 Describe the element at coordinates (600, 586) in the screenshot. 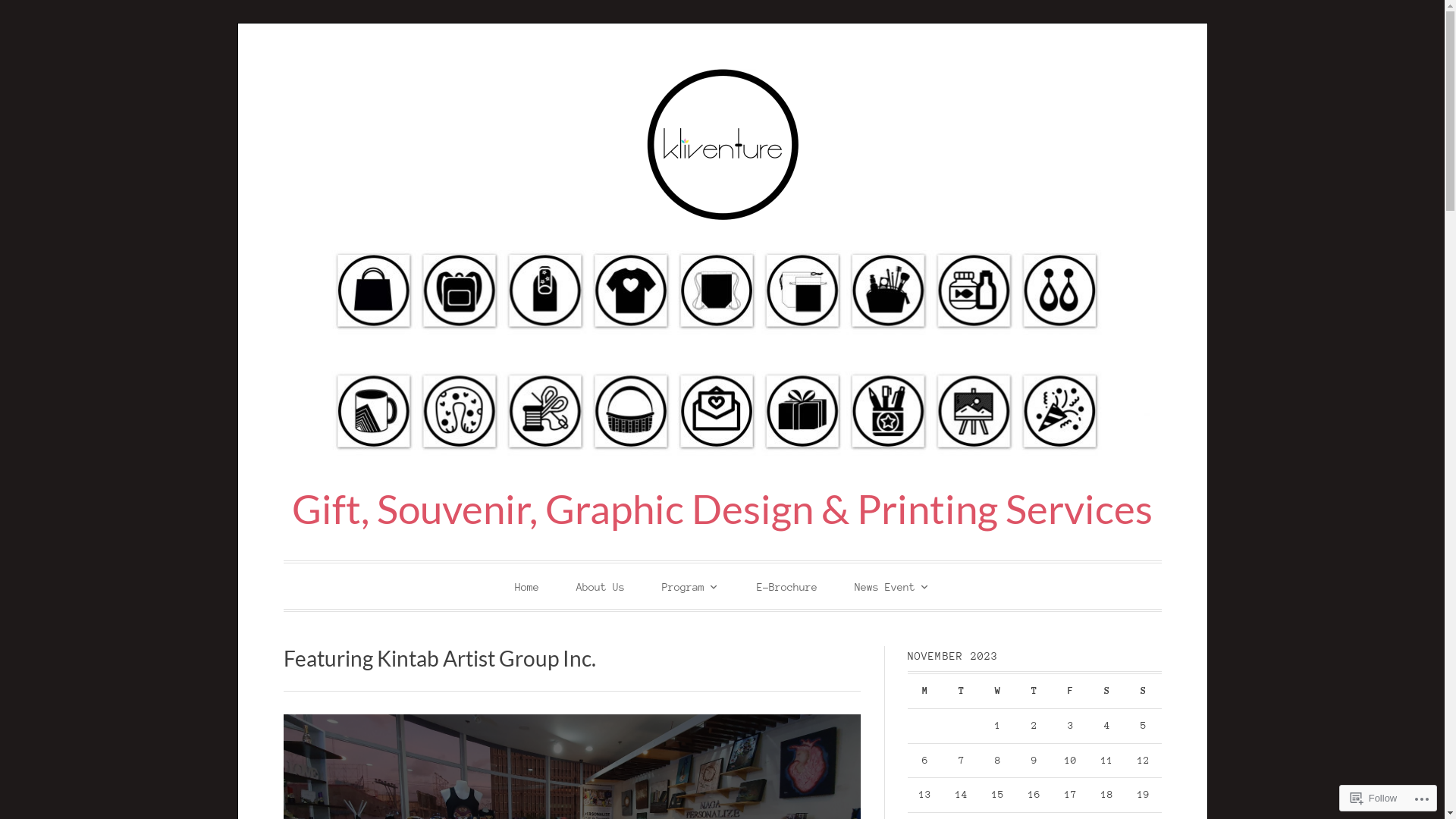

I see `'About Us'` at that location.